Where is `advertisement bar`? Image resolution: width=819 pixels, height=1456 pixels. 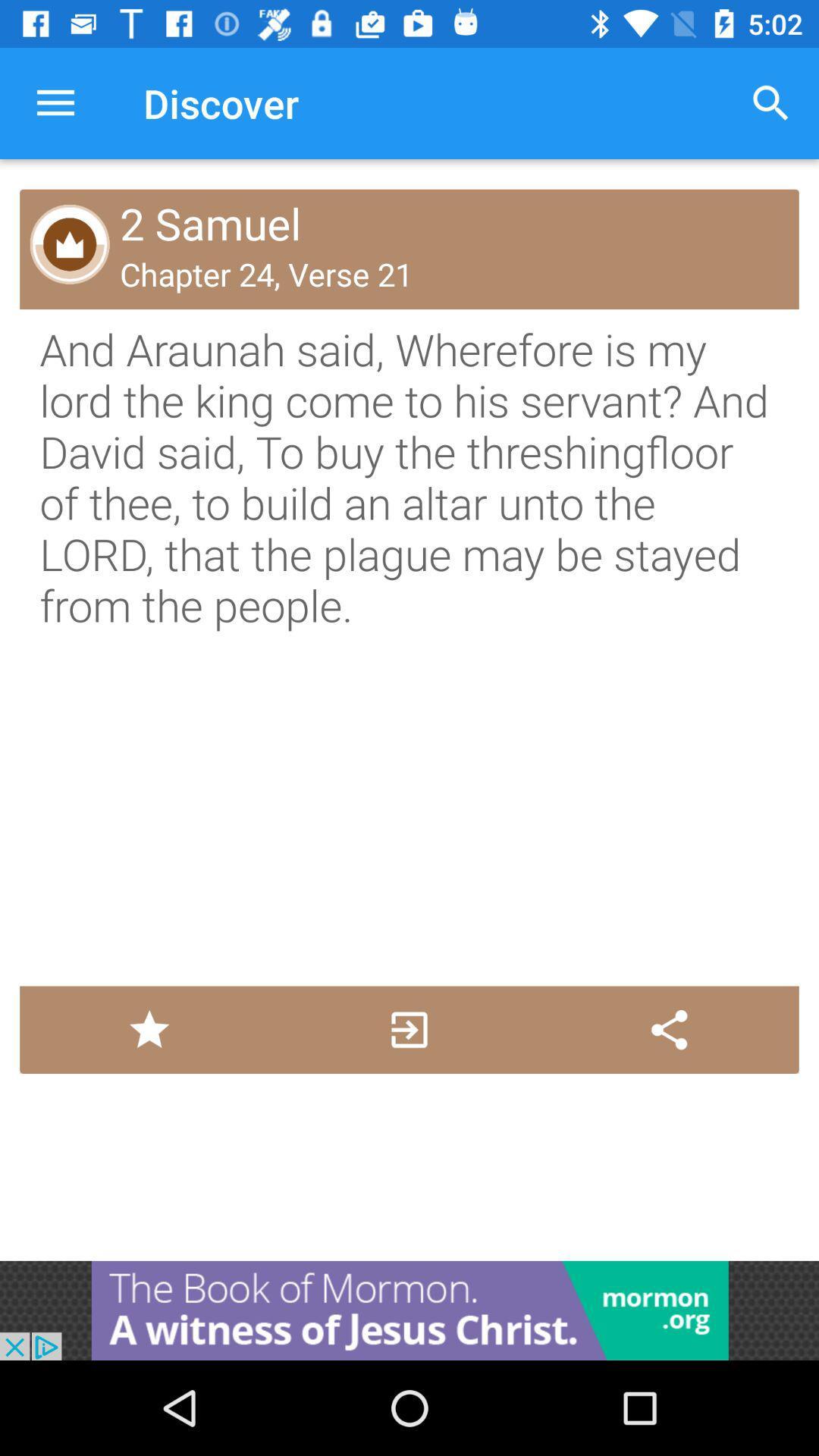 advertisement bar is located at coordinates (409, 1310).